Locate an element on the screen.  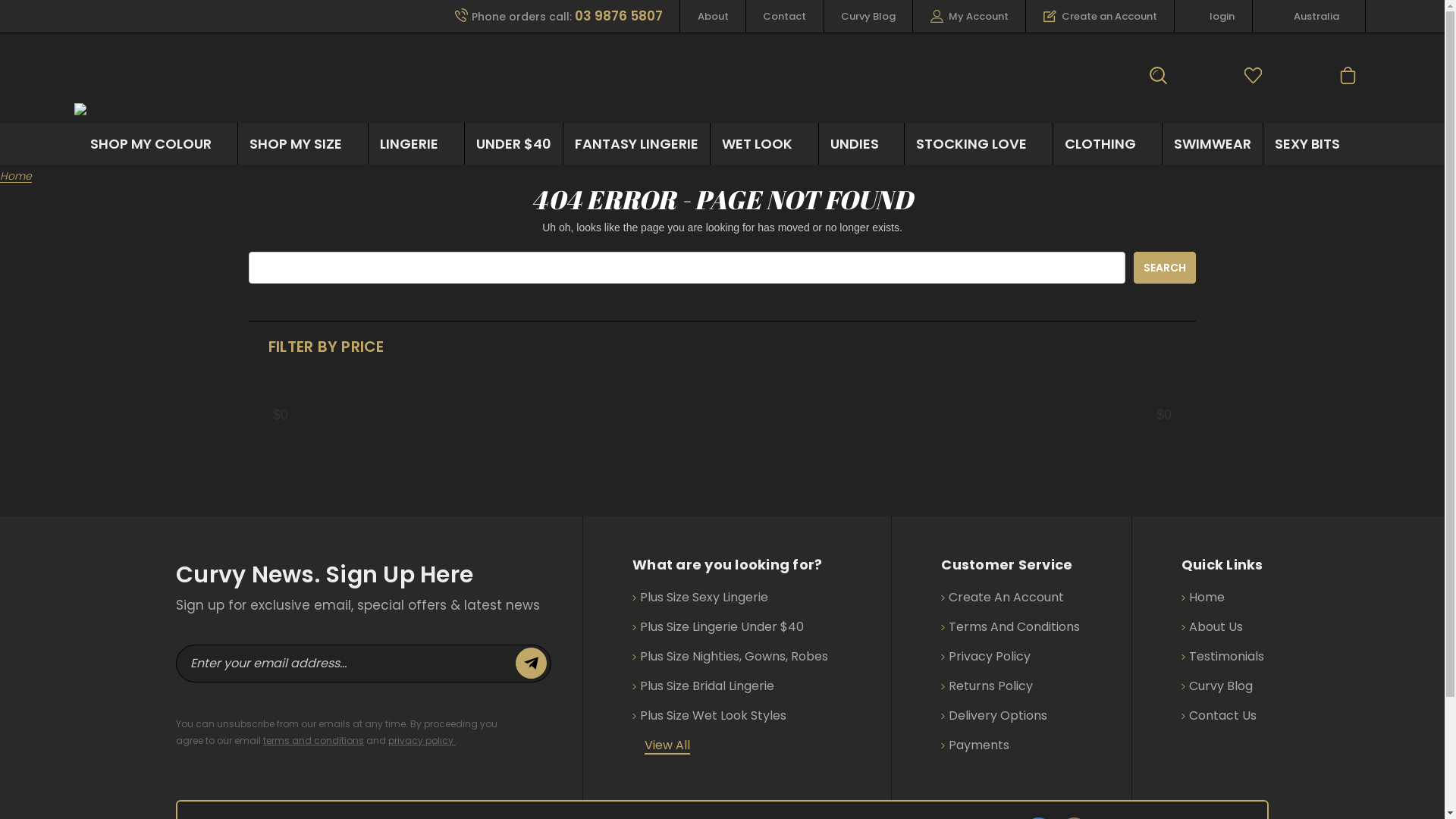
'Plus Size Lingerie Under $40' is located at coordinates (717, 626).